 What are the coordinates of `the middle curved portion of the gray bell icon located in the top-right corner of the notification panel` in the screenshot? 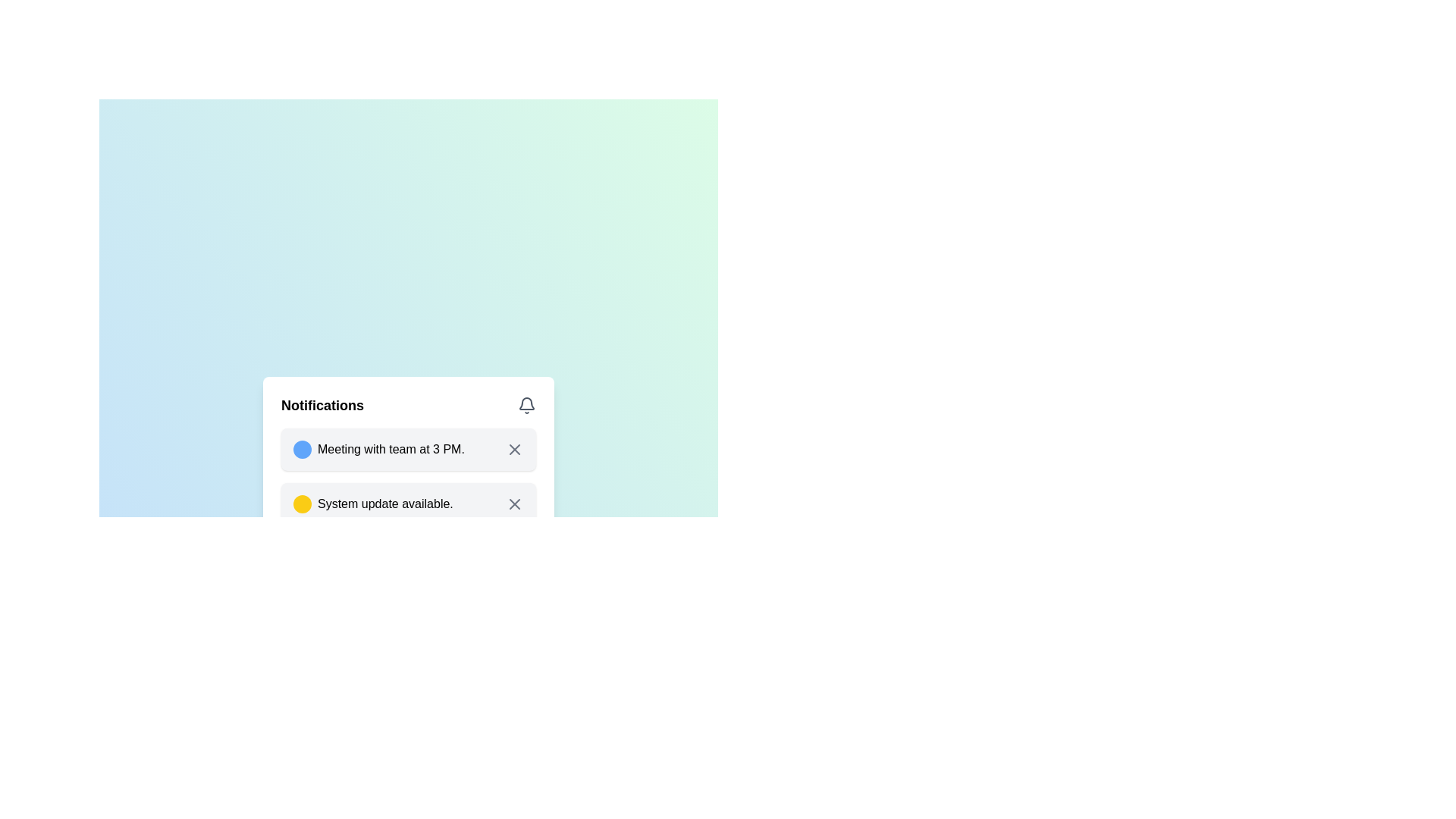 It's located at (527, 403).